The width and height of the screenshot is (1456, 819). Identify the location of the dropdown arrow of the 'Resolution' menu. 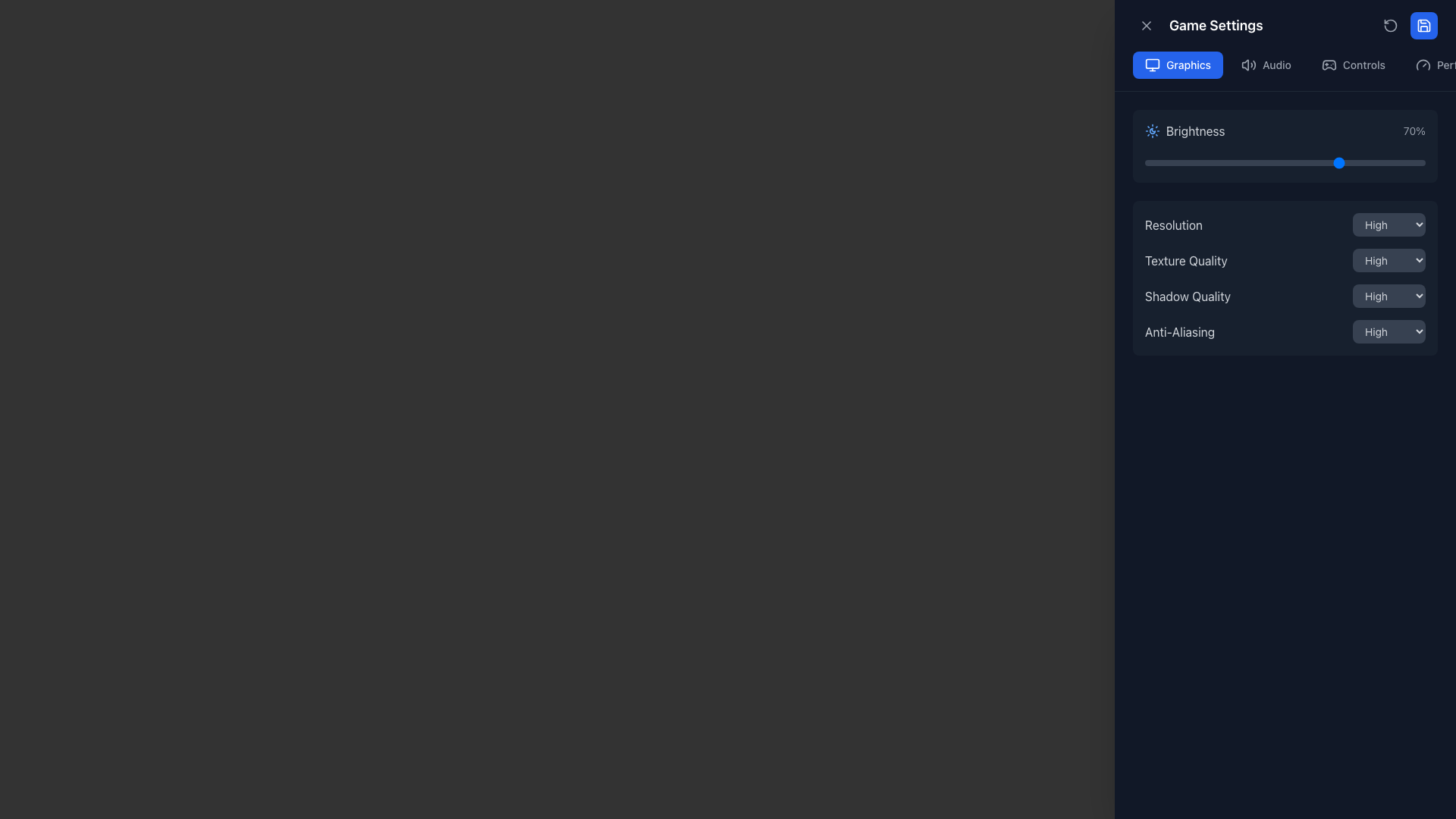
(1284, 224).